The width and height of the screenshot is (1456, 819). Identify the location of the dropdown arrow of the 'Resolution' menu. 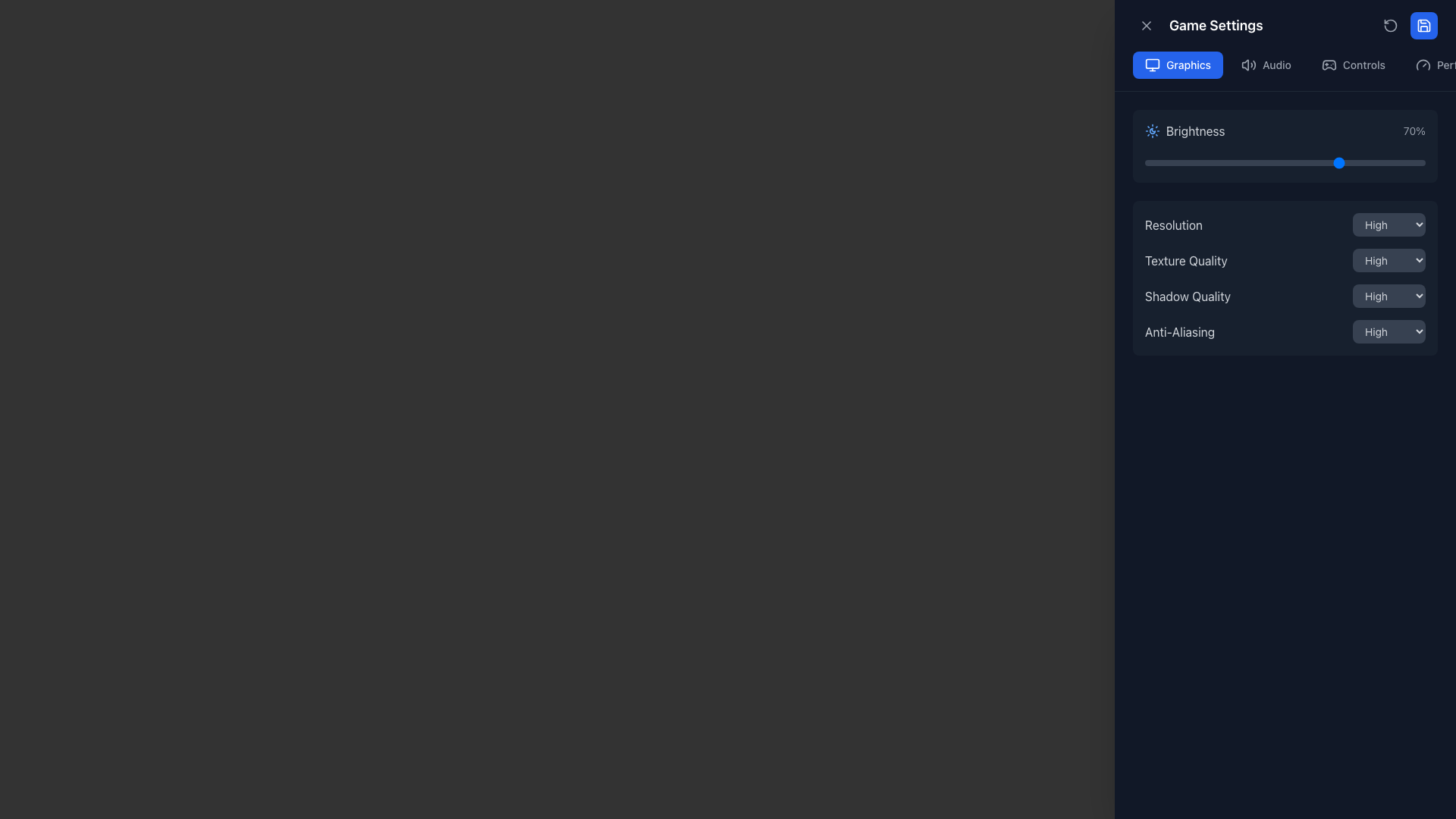
(1284, 224).